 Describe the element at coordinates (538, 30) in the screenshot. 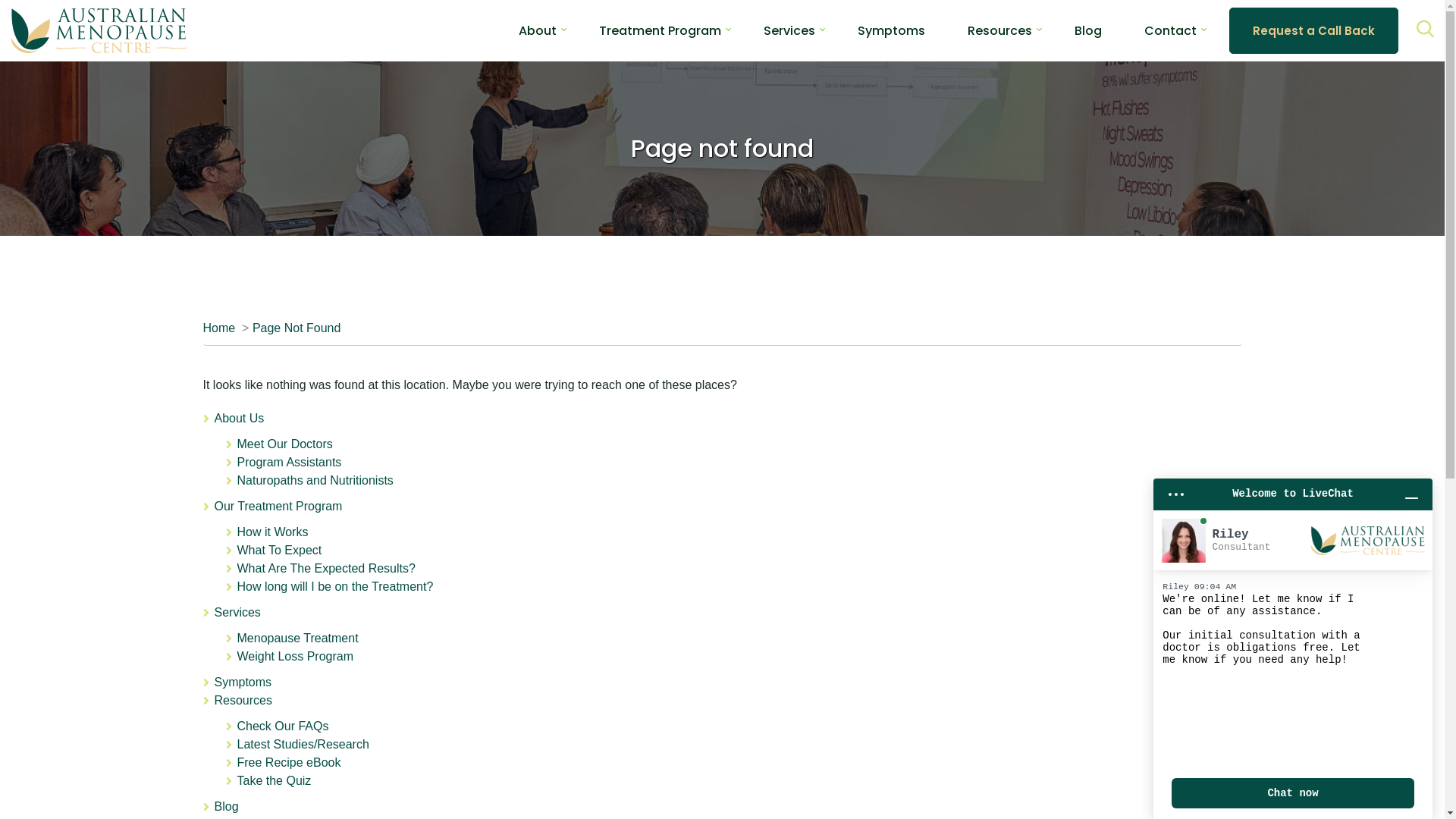

I see `'About'` at that location.